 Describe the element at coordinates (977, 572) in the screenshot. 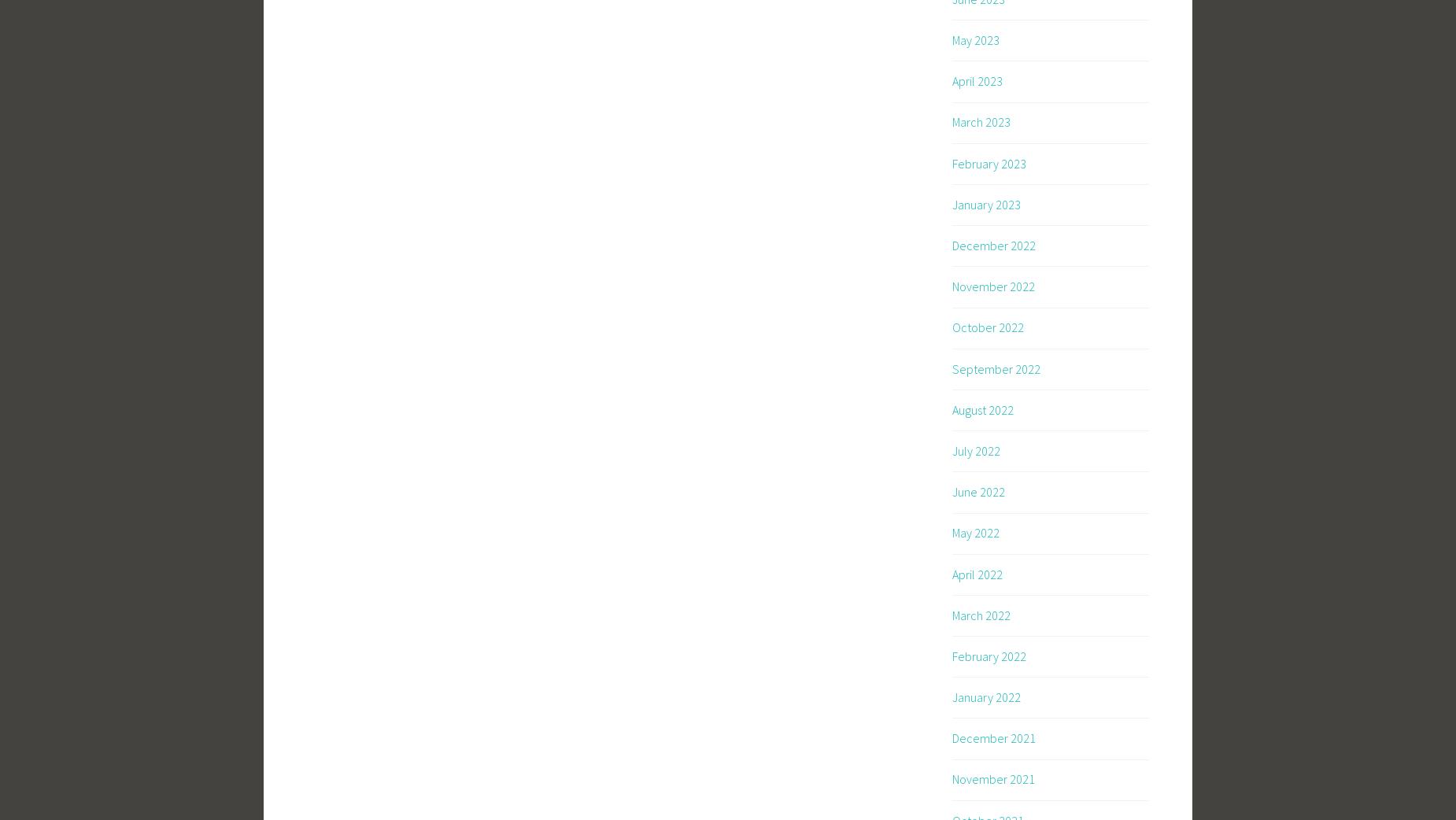

I see `'April 2022'` at that location.